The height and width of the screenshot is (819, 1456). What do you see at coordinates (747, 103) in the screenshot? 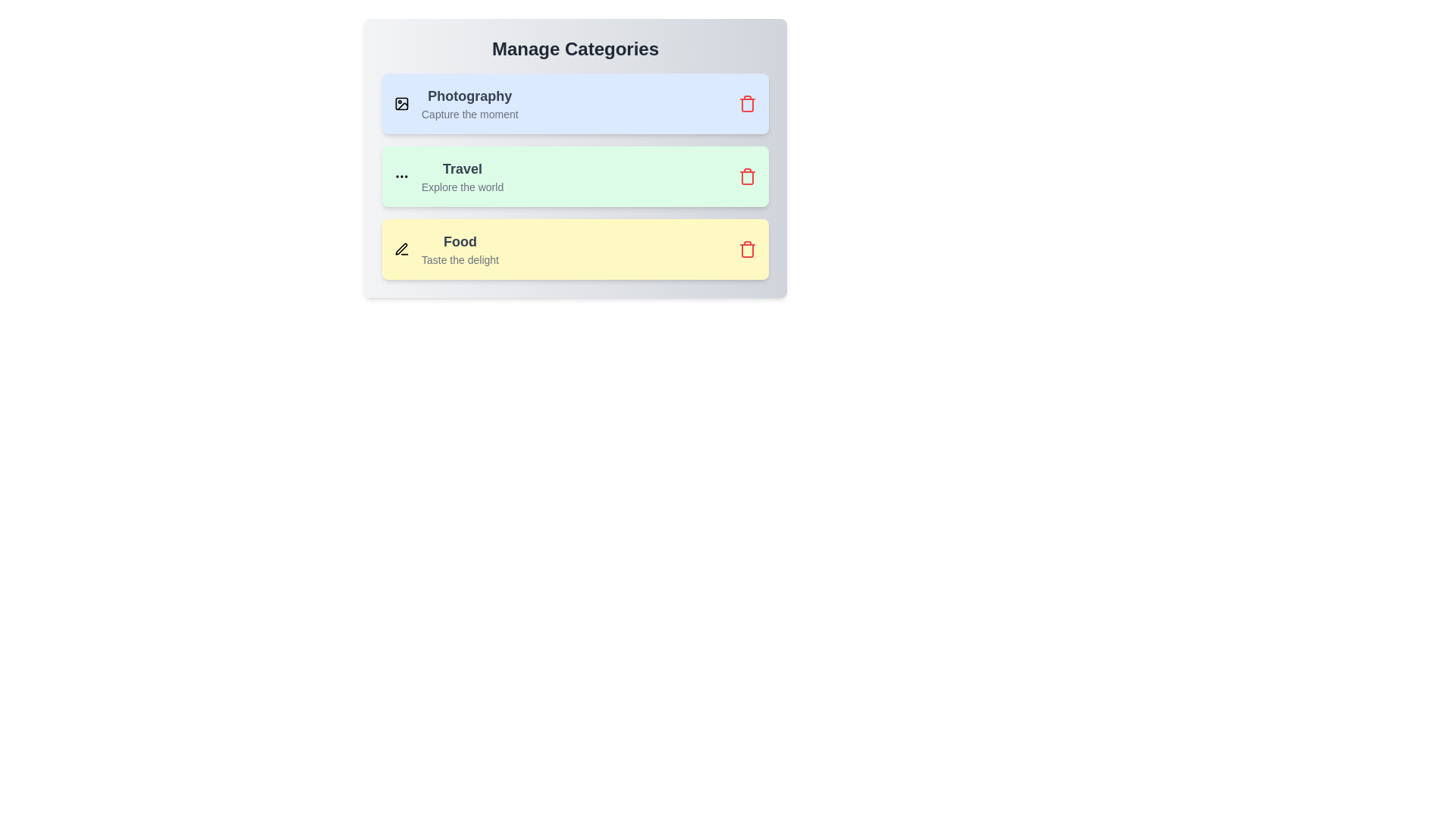
I see `trash icon to remove the category Photography` at bounding box center [747, 103].